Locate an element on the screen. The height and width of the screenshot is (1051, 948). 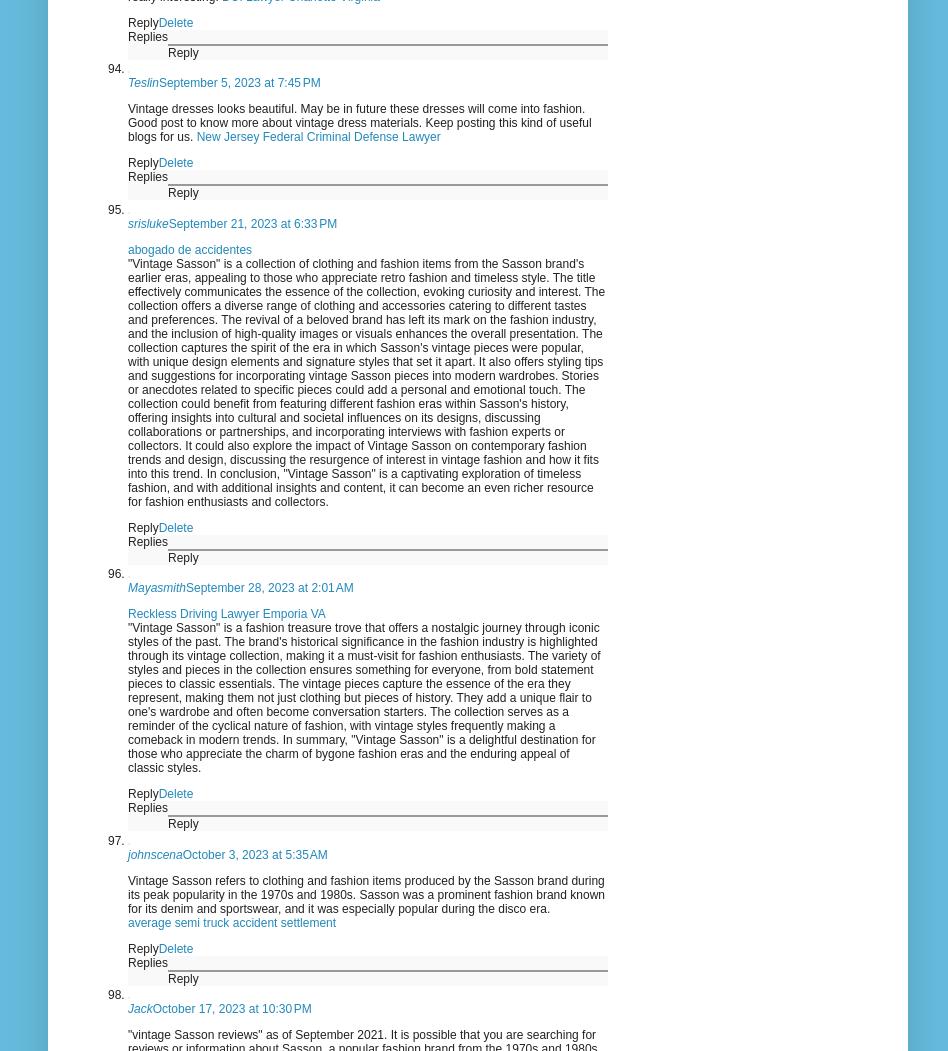
'Teslin' is located at coordinates (141, 83).